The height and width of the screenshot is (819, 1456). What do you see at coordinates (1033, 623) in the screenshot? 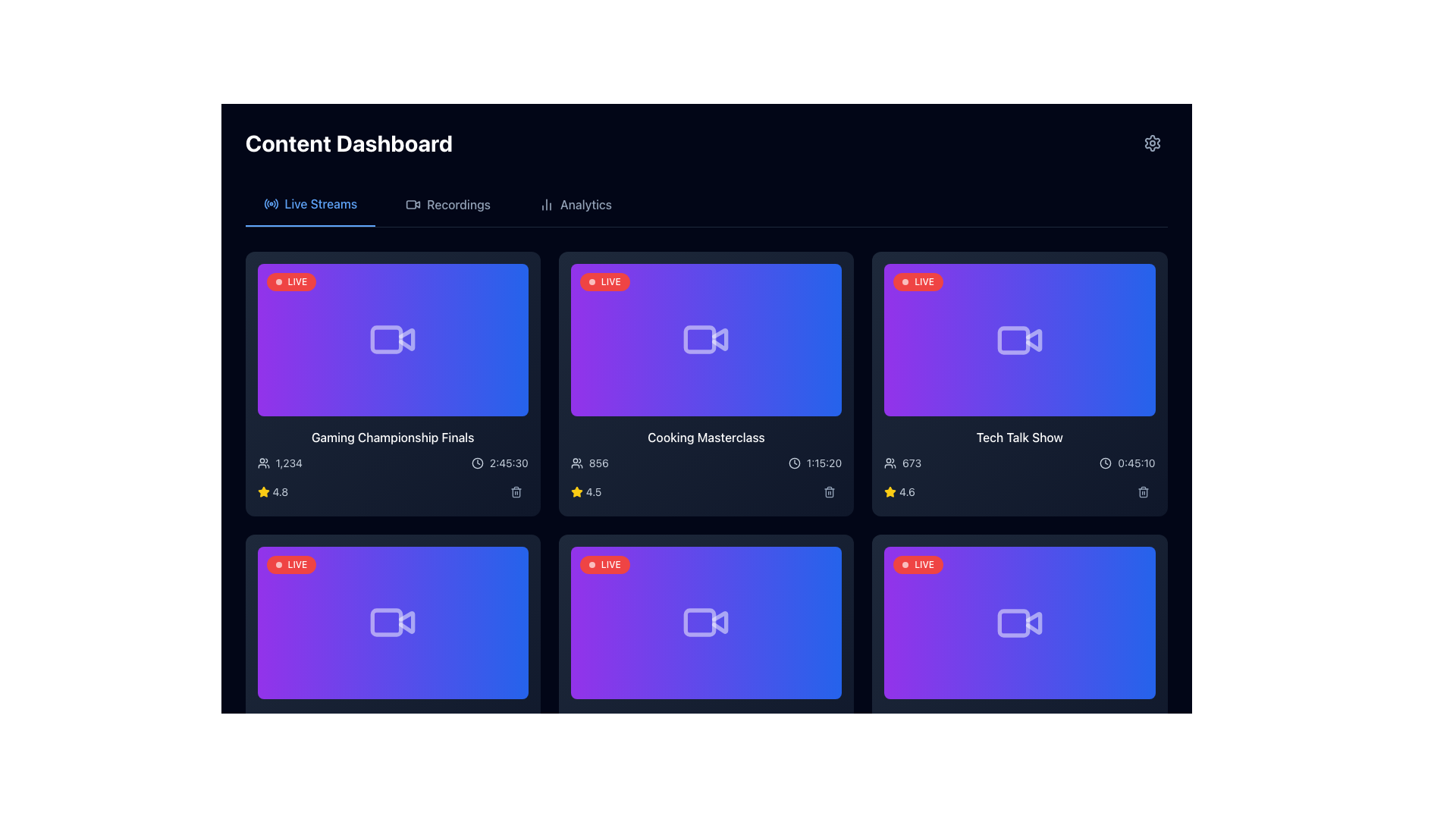
I see `the Play button located in the center of the video icon in the bottom row, second column of the video card grid layout` at bounding box center [1033, 623].